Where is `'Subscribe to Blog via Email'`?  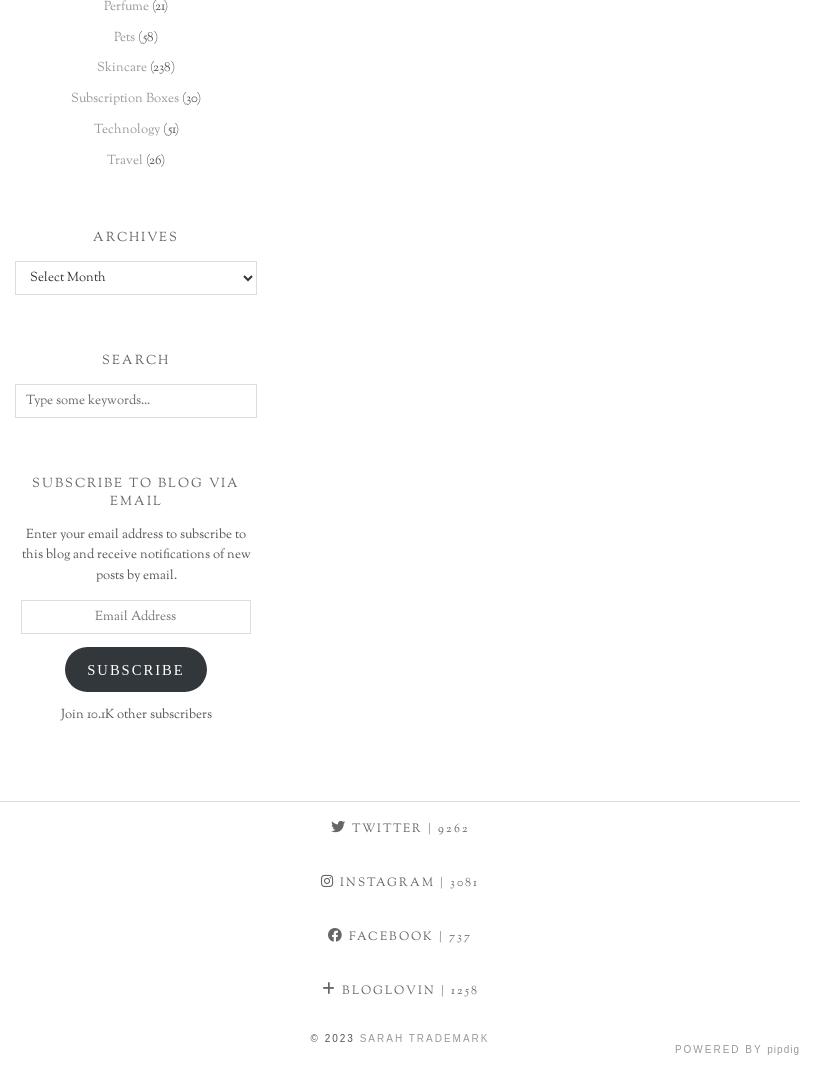 'Subscribe to Blog via Email' is located at coordinates (135, 490).